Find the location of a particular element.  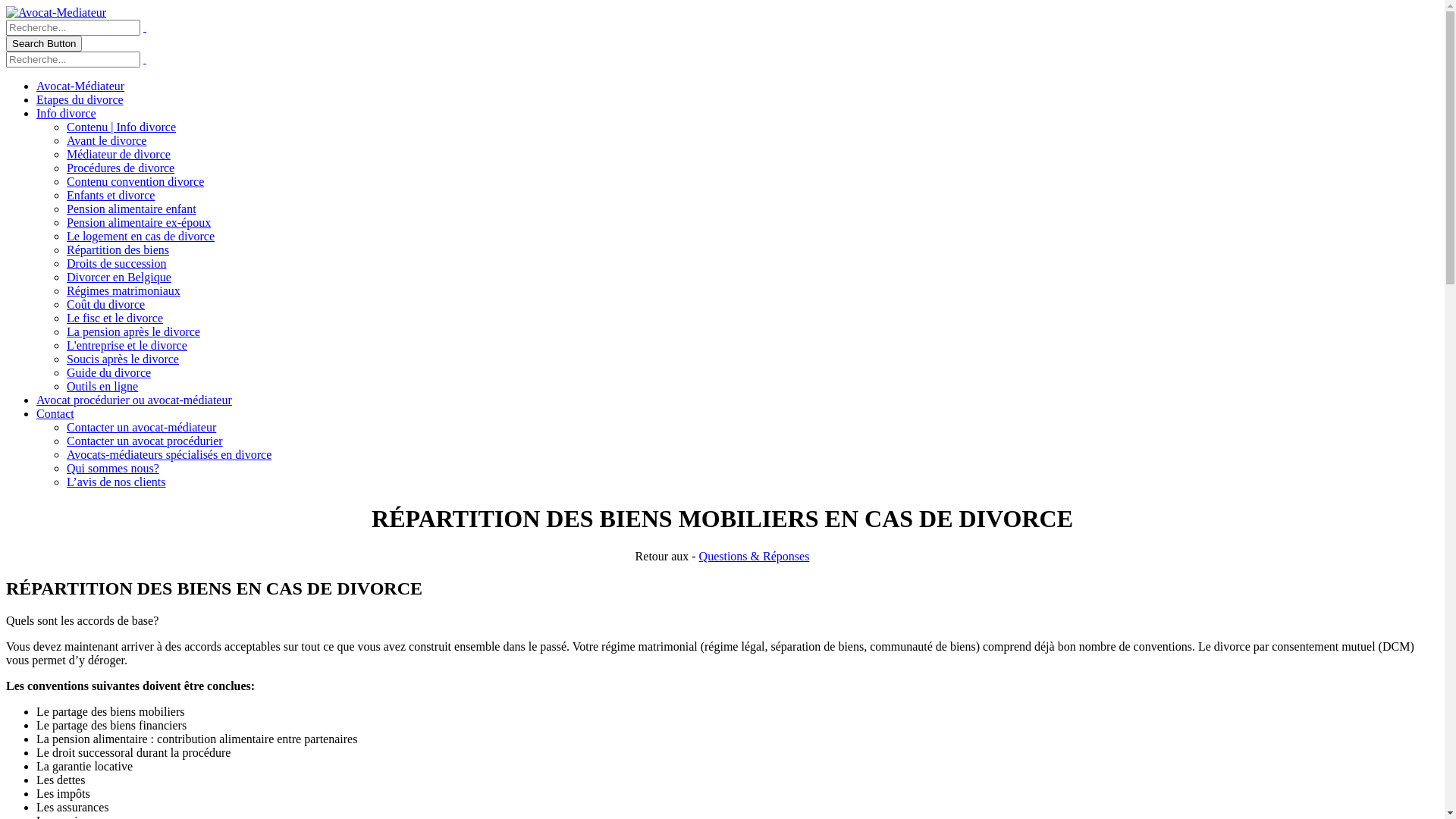

'Avocat-Mediateur' is located at coordinates (55, 12).